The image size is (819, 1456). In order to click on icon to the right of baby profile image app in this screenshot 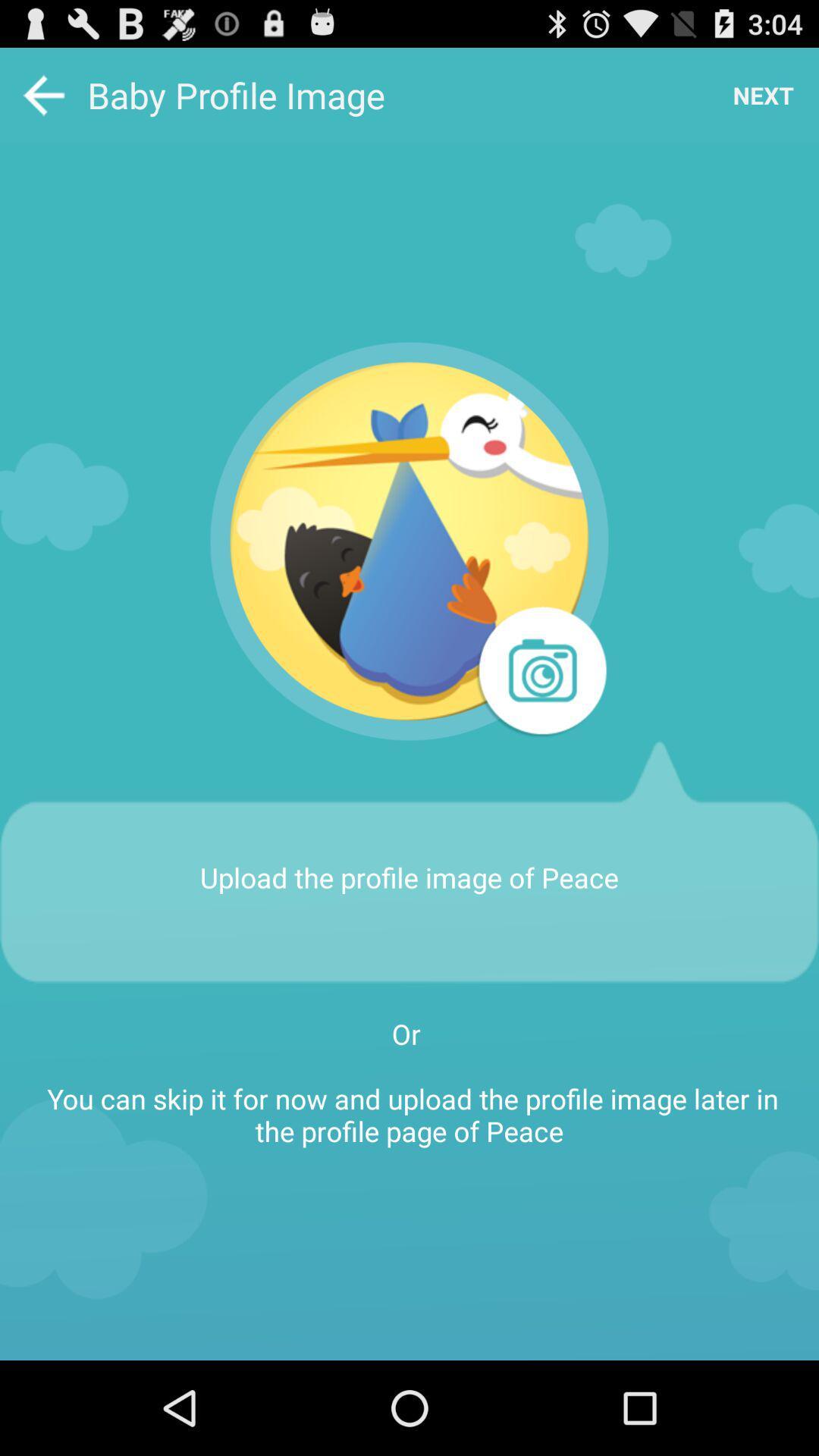, I will do `click(763, 94)`.